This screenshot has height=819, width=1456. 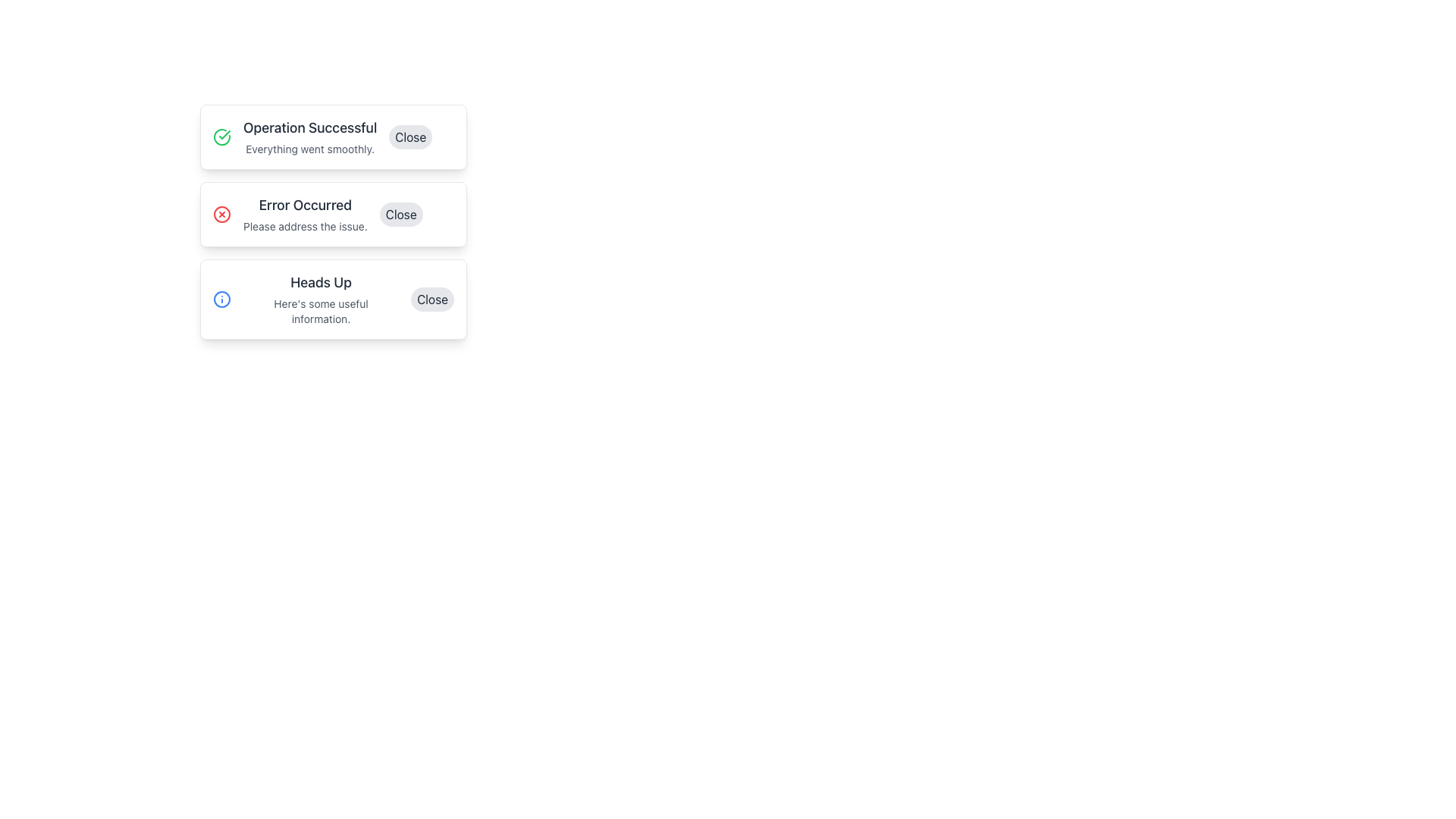 What do you see at coordinates (410, 137) in the screenshot?
I see `the close button located at the upper-right corner of the notification card displaying 'Operation Successful' to trigger the background color change` at bounding box center [410, 137].